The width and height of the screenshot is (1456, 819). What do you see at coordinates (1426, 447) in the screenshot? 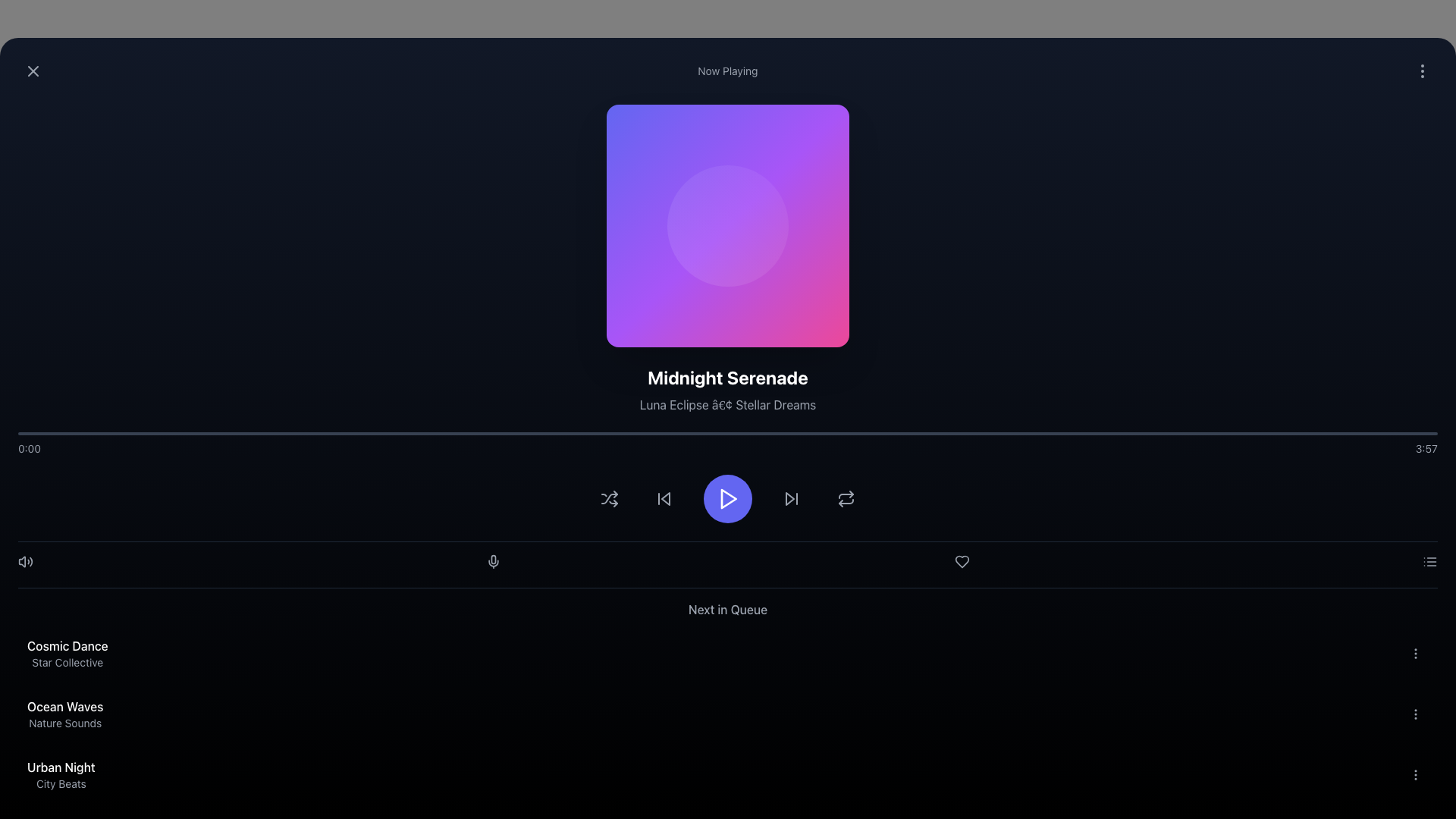
I see `the text label displaying '3:57' which indicates the total duration of the media in a media playback interface` at bounding box center [1426, 447].